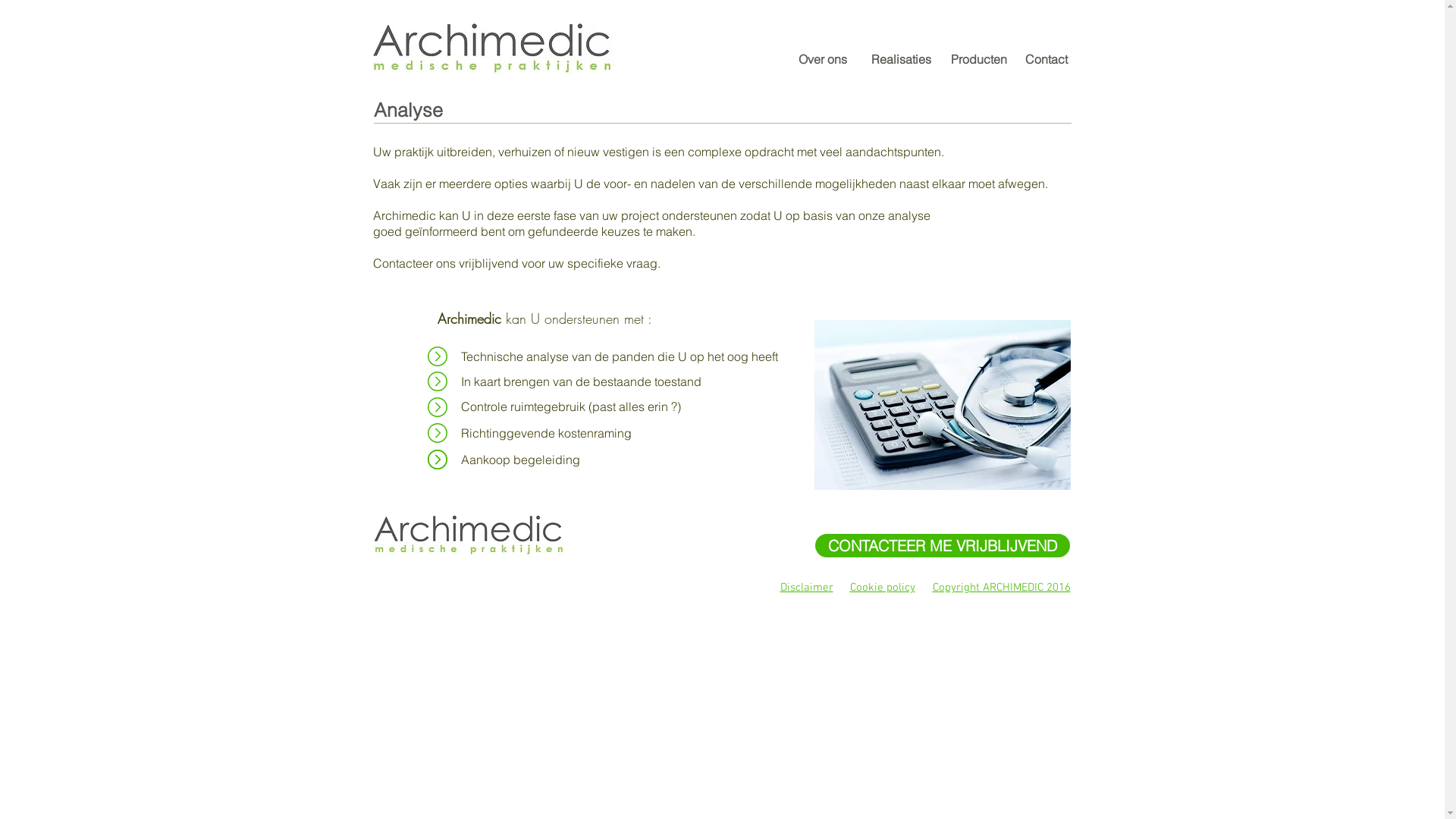 The height and width of the screenshot is (819, 1456). I want to click on 'Contact', so click(1045, 58).